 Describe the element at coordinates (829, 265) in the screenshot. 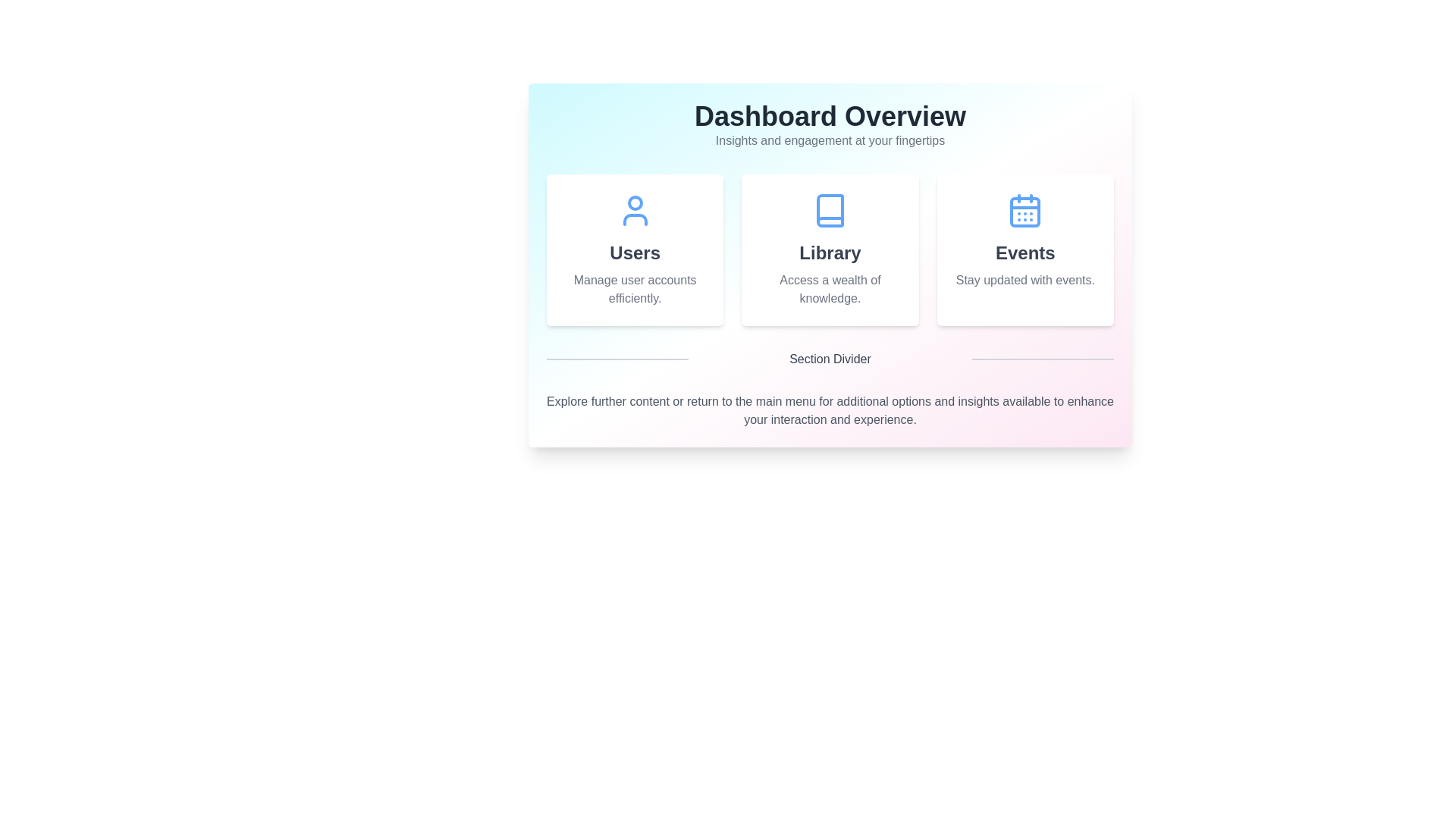

I see `the static informational card that serves as a navigation item for the library section of the application, located in the central card of the three-column grid layout` at that location.